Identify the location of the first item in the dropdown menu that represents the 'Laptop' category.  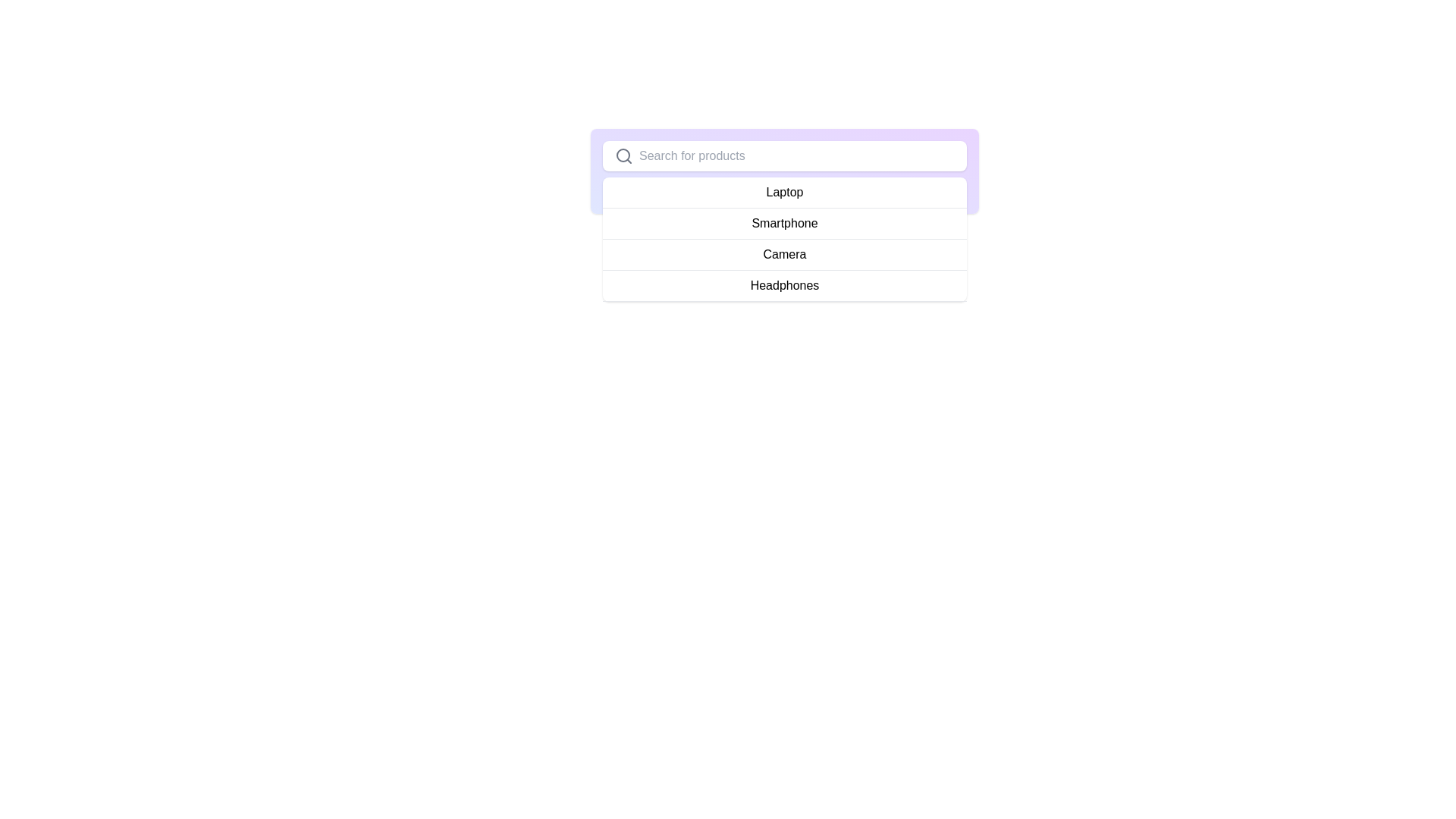
(785, 192).